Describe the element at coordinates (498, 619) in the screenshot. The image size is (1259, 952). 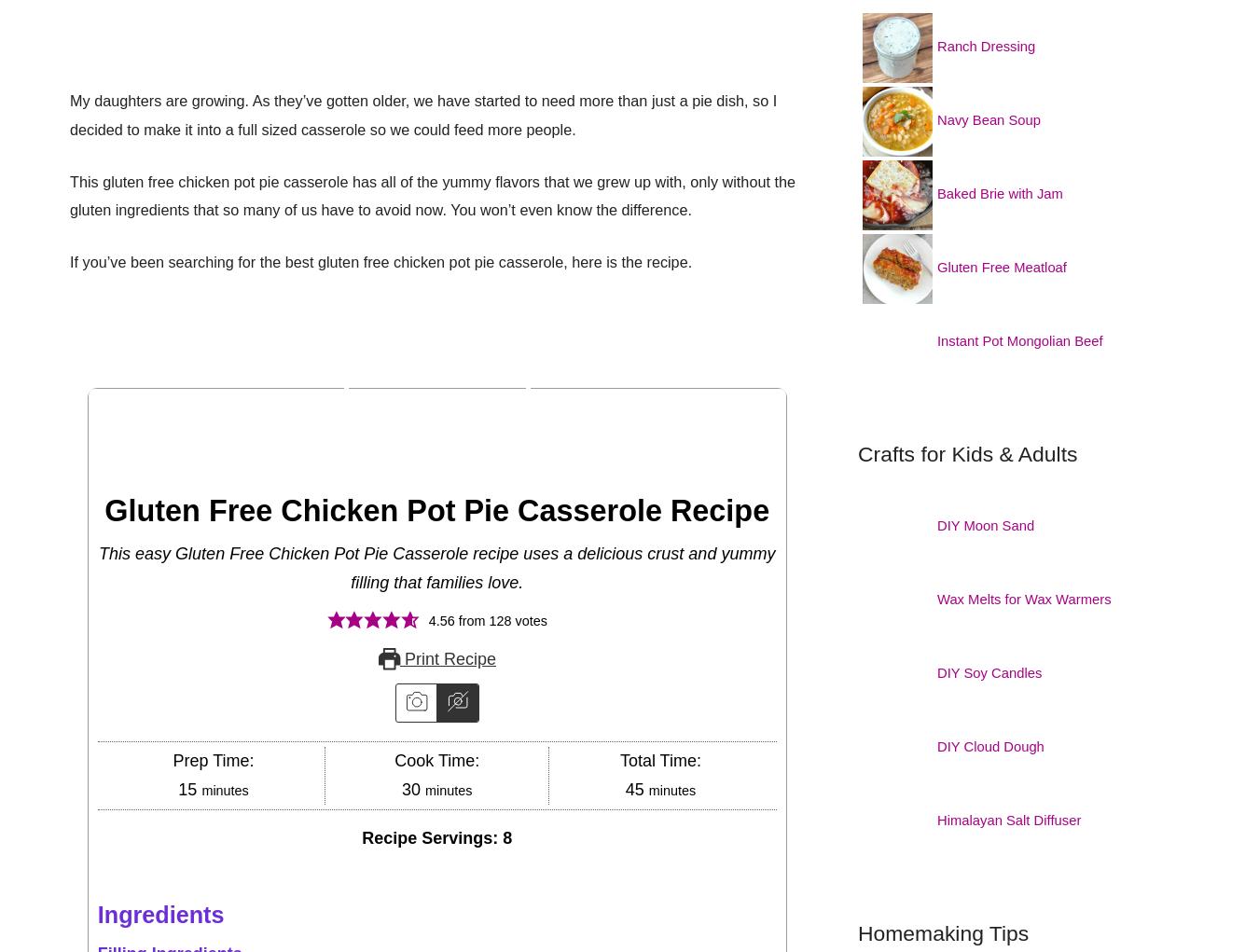
I see `'128'` at that location.